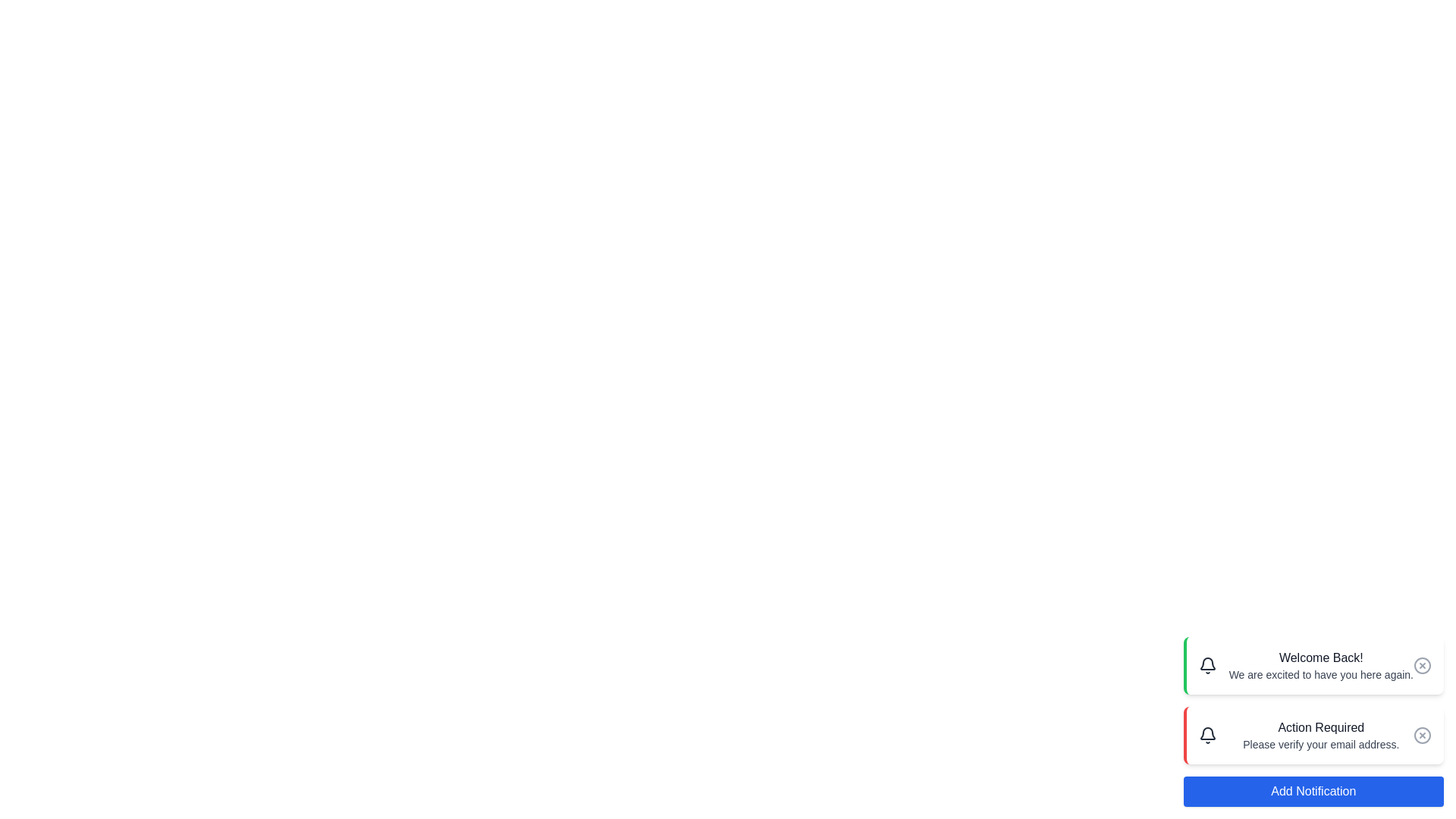 This screenshot has height=819, width=1456. I want to click on the close button of the notification titled 'Welcome Back!', so click(1422, 665).